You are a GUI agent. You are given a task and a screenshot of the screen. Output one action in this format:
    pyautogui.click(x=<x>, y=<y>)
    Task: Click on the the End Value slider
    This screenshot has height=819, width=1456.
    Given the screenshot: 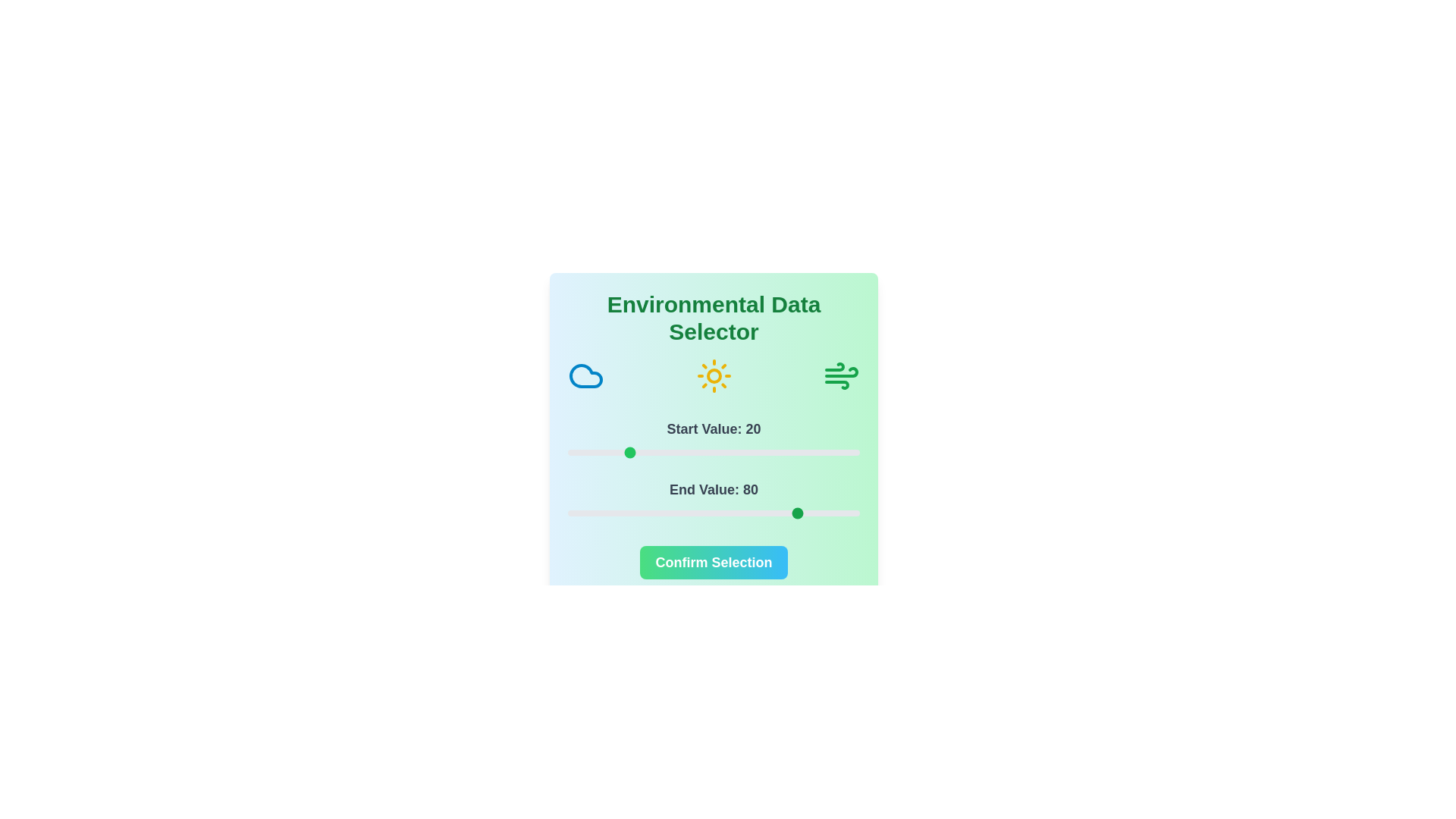 What is the action you would take?
    pyautogui.click(x=681, y=513)
    